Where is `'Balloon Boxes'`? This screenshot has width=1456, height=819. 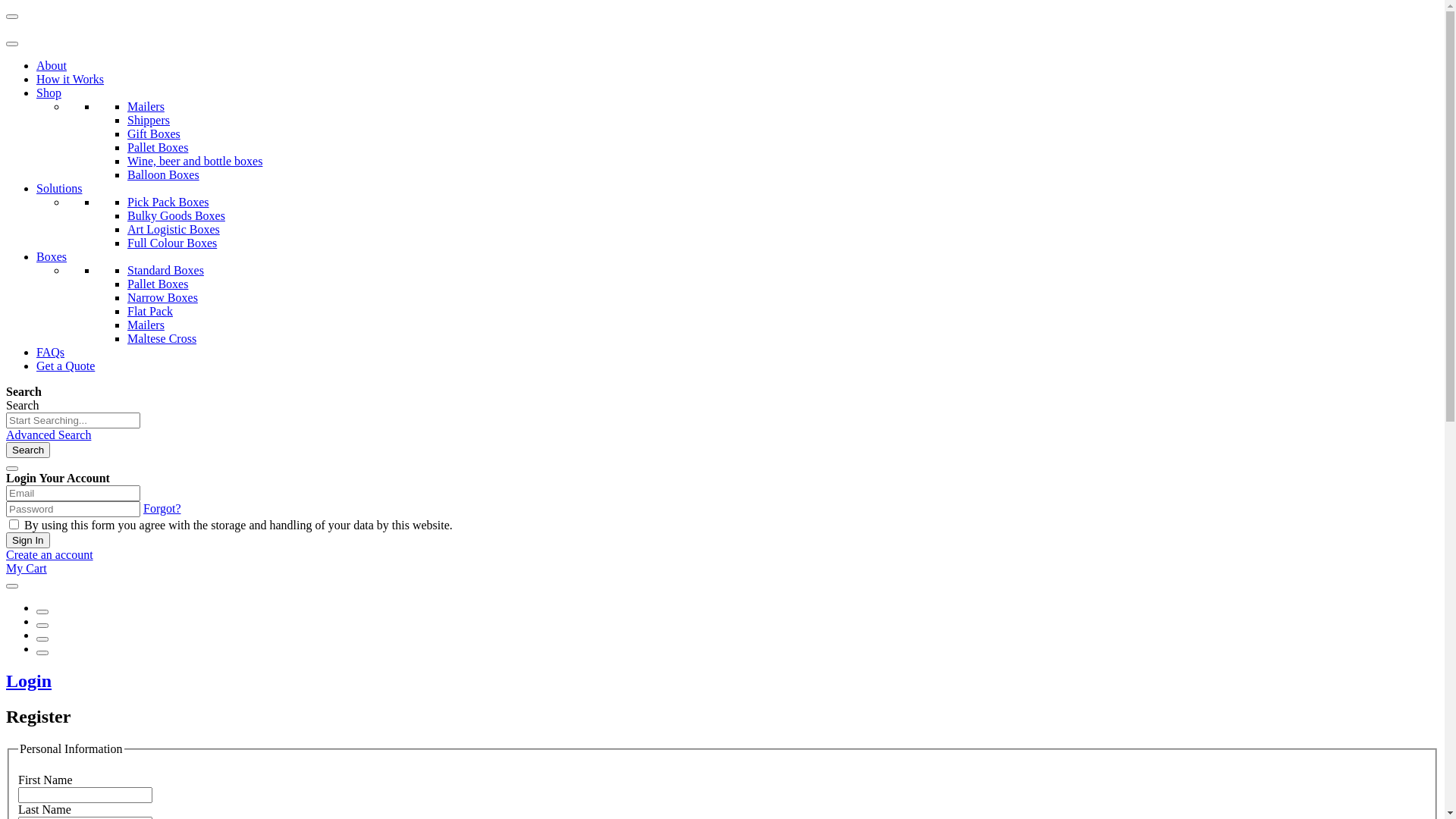 'Balloon Boxes' is located at coordinates (163, 174).